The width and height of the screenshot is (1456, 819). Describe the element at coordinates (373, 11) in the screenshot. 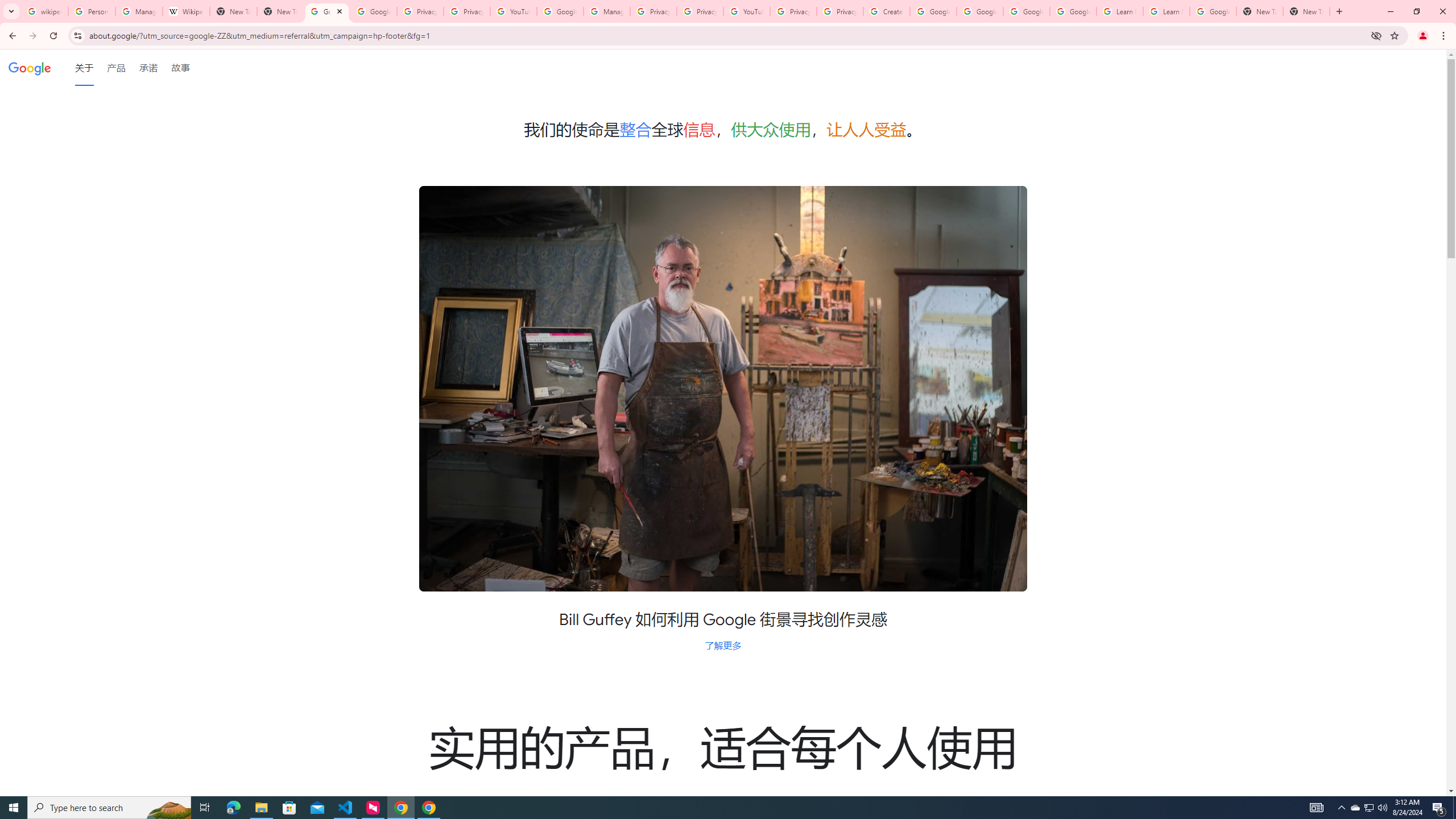

I see `'Google Drive: Sign-in'` at that location.